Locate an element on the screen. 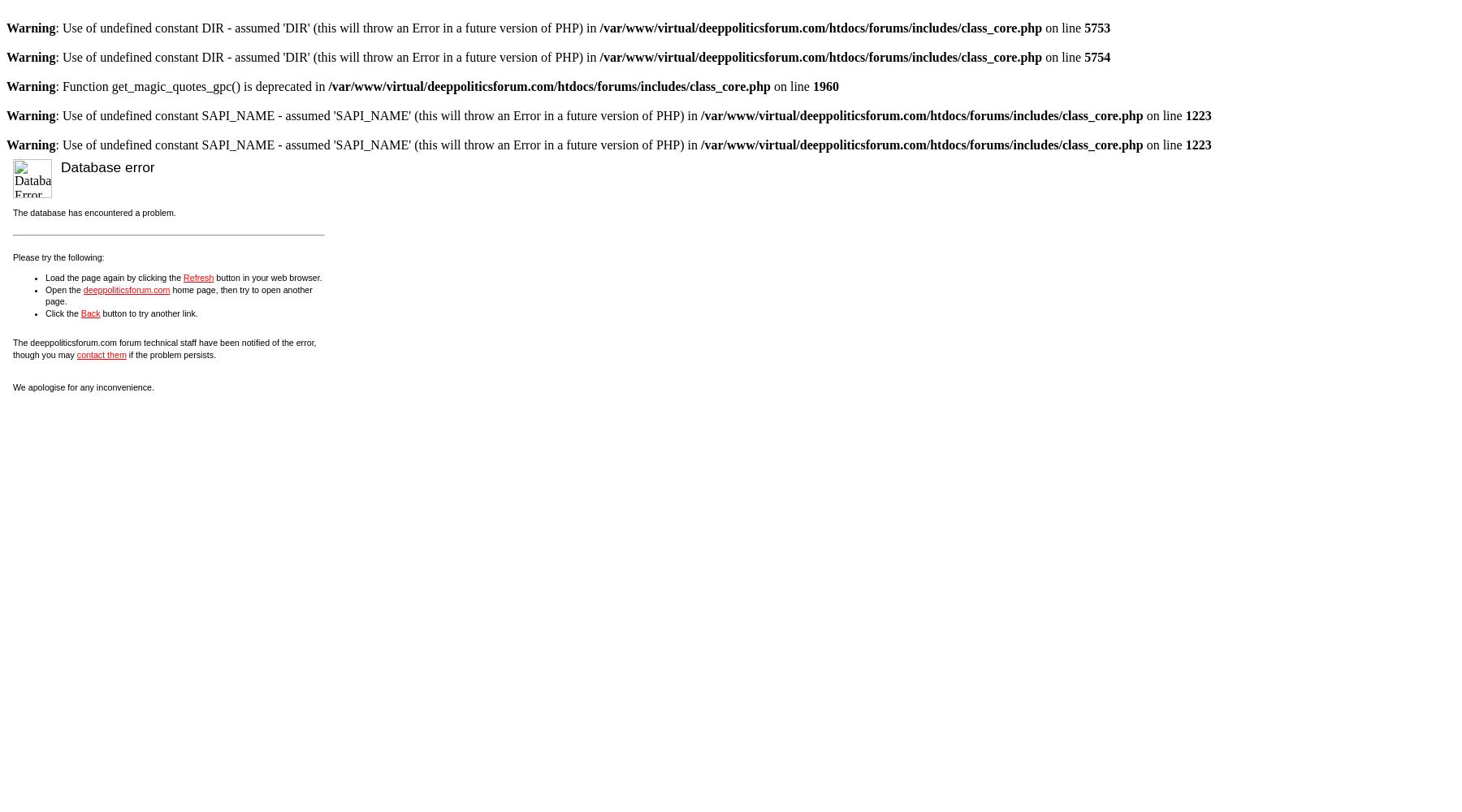 This screenshot has width=1462, height=812. ': Function get_magic_quotes_gpc() is deprecated in' is located at coordinates (190, 85).